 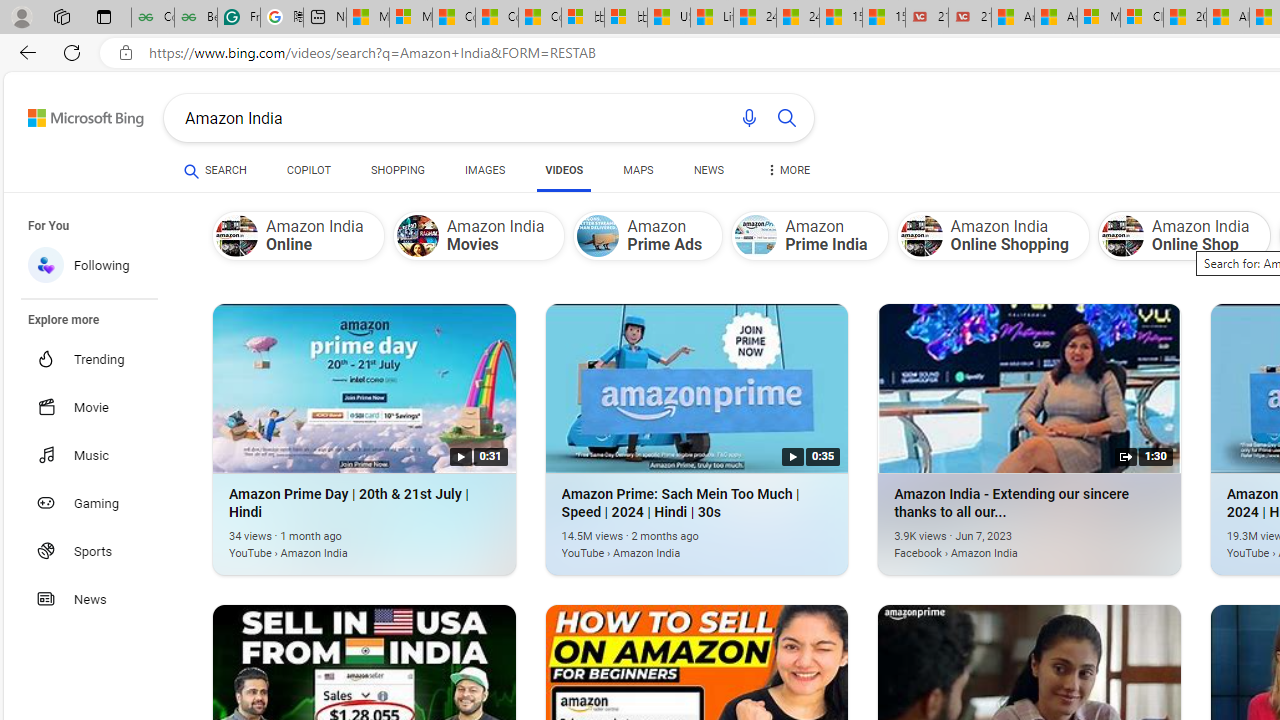 What do you see at coordinates (810, 234) in the screenshot?
I see `'Amazon Prime India'` at bounding box center [810, 234].